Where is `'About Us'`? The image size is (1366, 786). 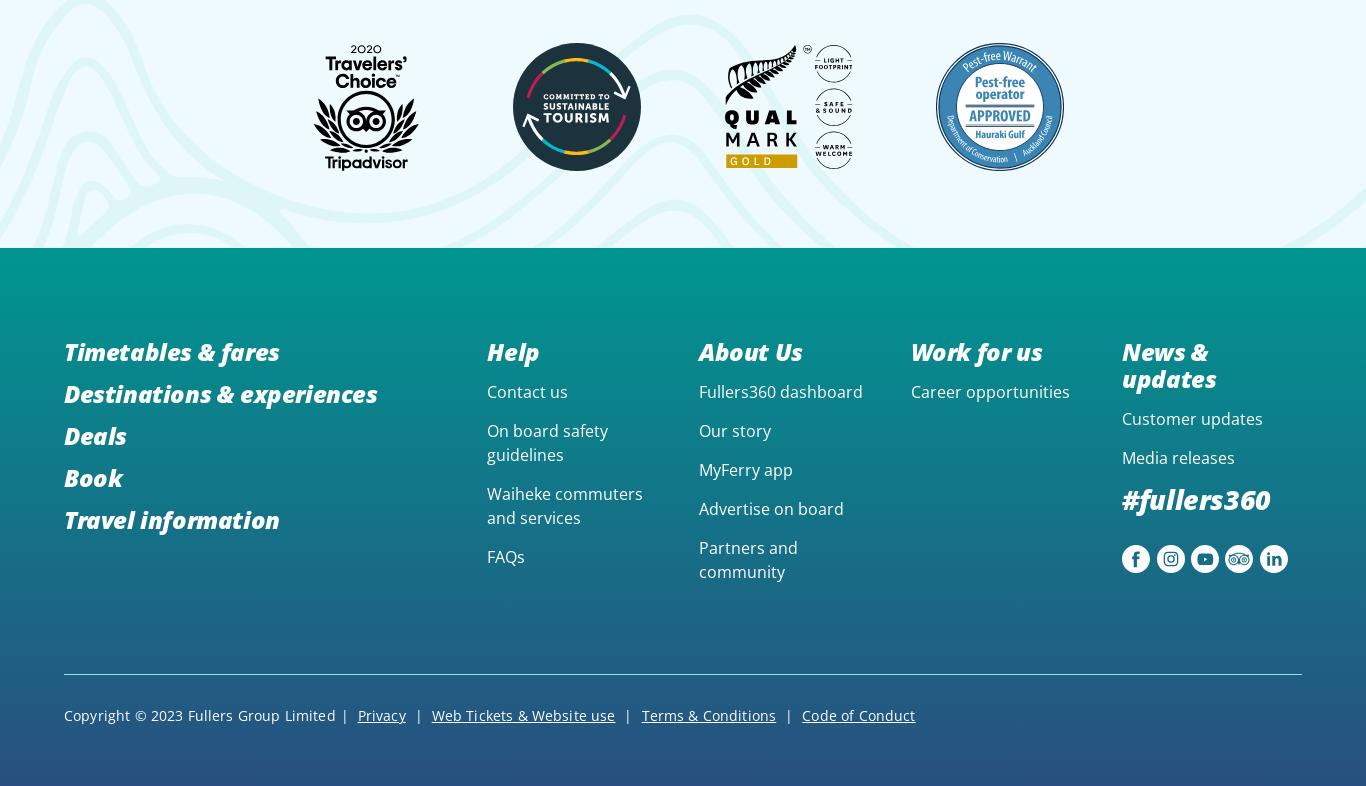 'About Us' is located at coordinates (749, 351).